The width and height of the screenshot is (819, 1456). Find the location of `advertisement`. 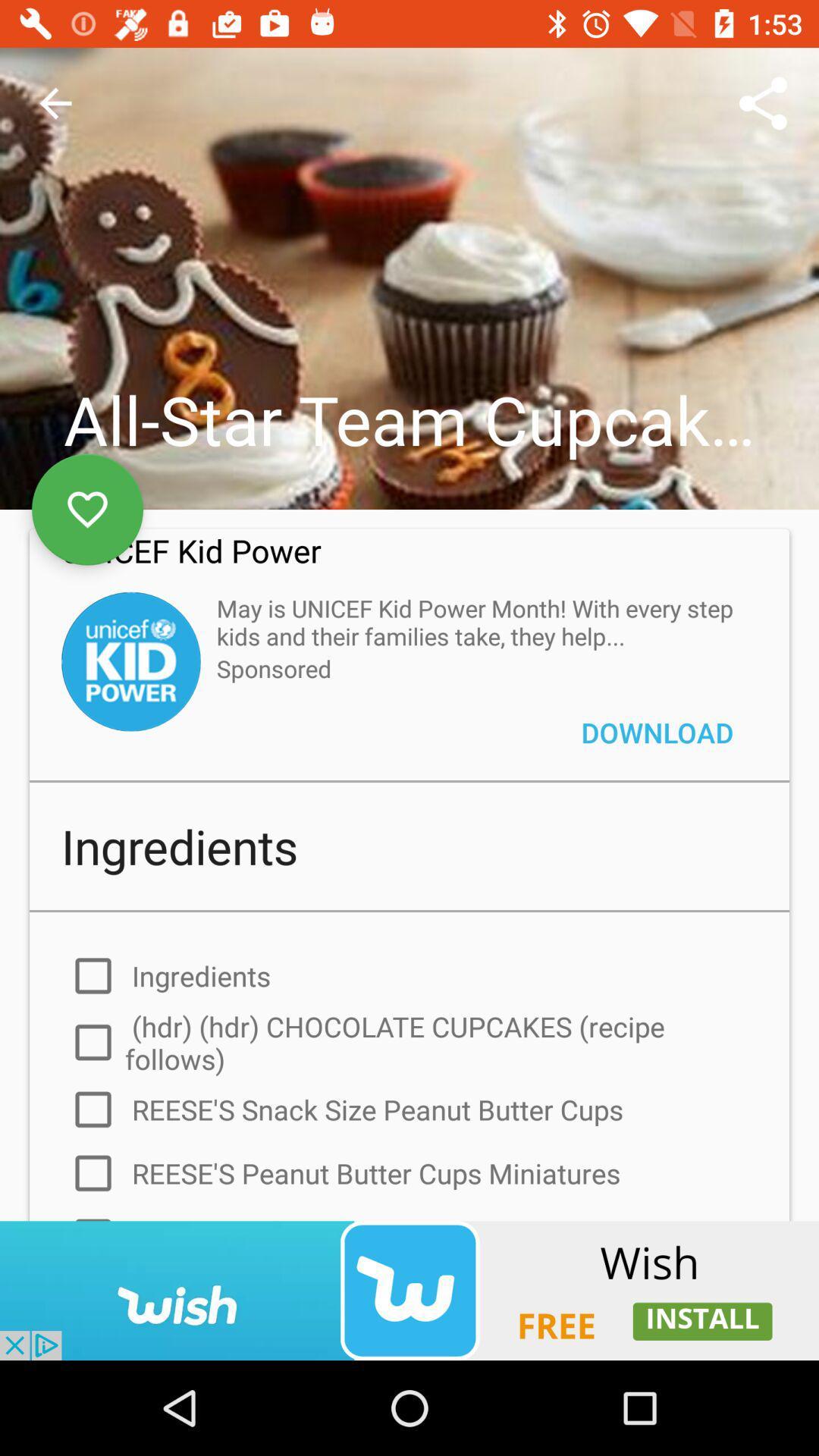

advertisement is located at coordinates (409, 1290).